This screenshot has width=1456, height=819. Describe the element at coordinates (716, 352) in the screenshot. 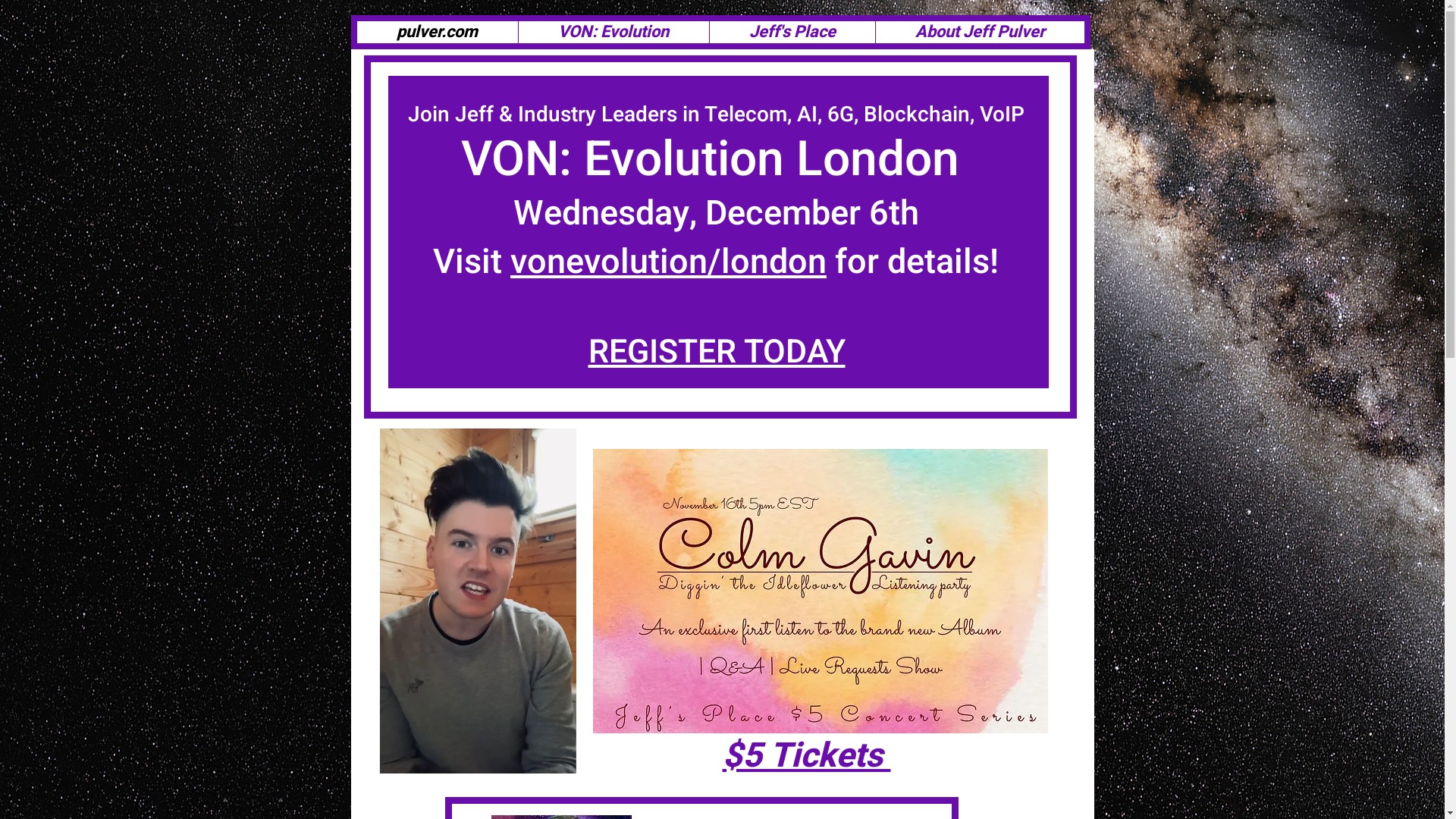

I see `'REGISTER TODAY'` at that location.